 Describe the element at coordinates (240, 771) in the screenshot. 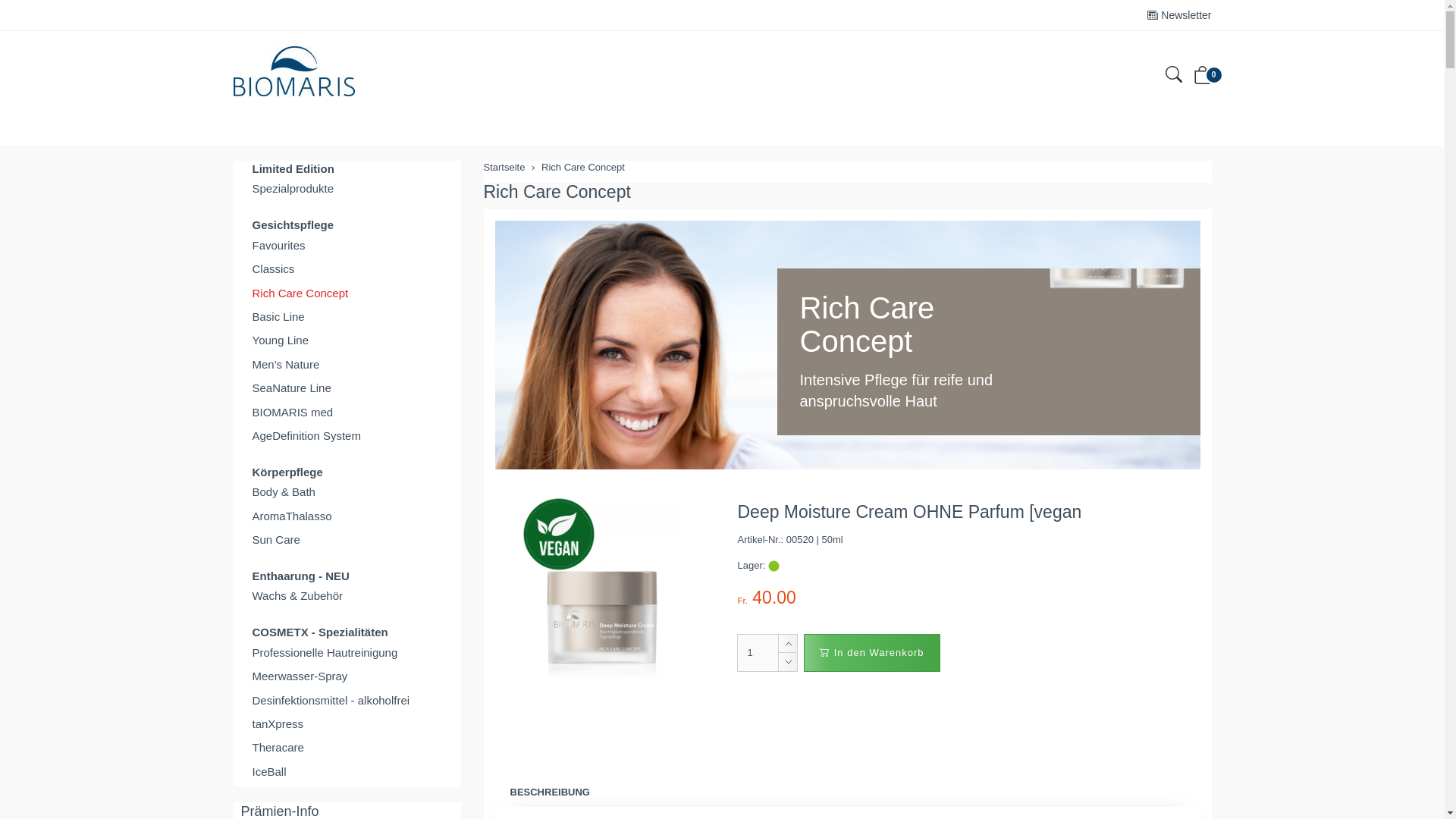

I see `'IceBall'` at that location.